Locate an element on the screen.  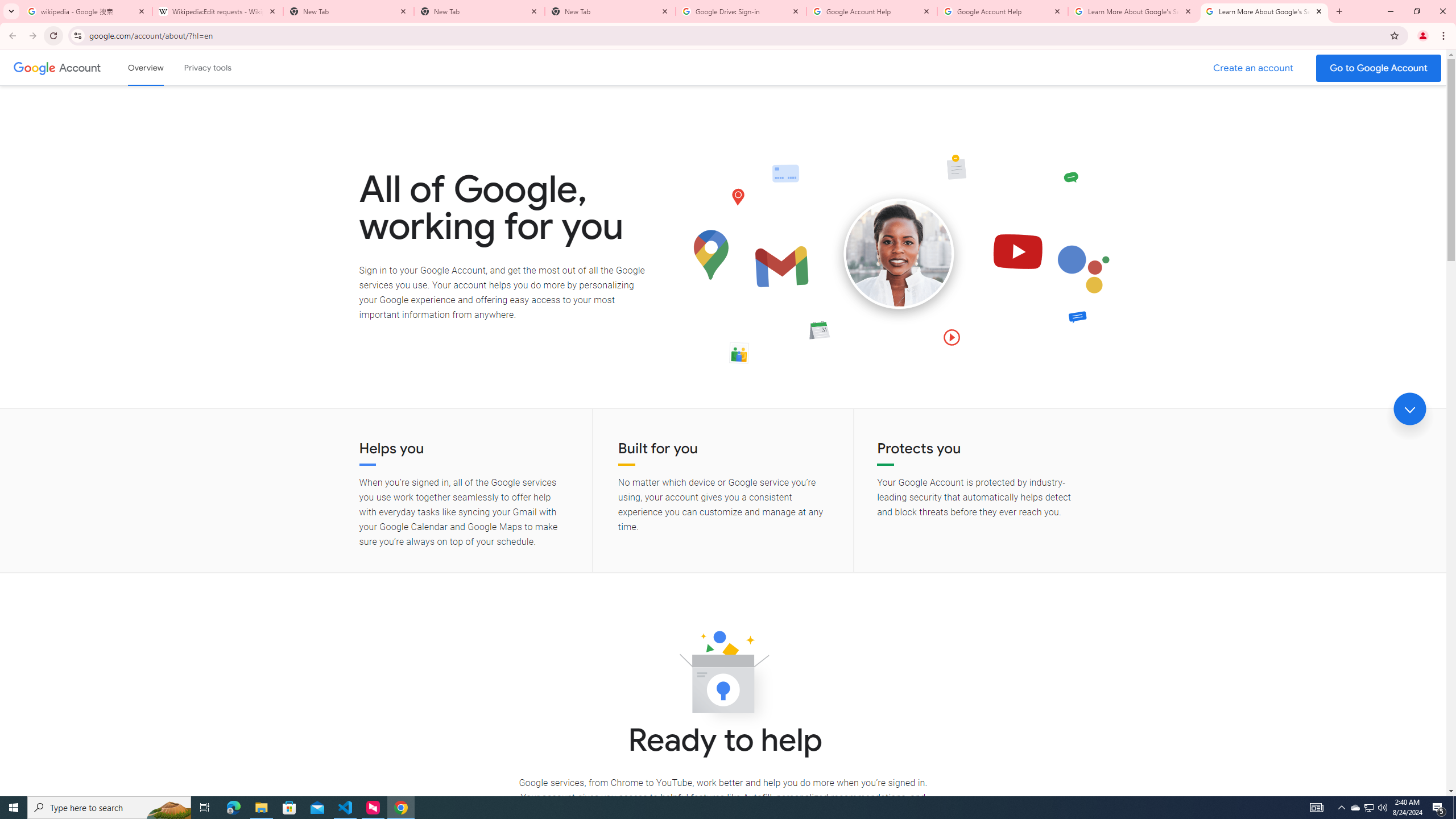
'Privacy tools' is located at coordinates (206, 67).